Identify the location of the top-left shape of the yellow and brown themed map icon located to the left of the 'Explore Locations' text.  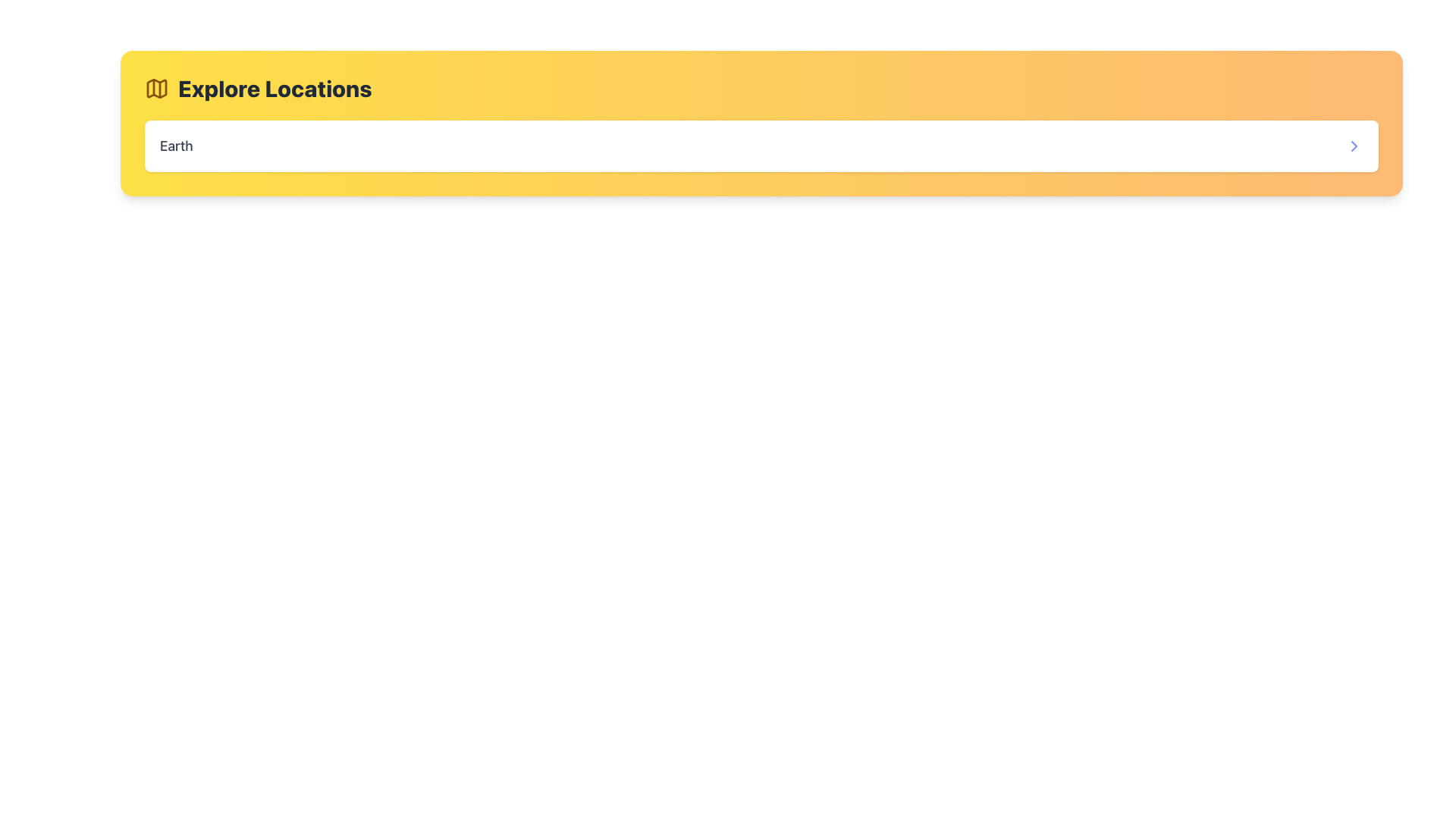
(156, 88).